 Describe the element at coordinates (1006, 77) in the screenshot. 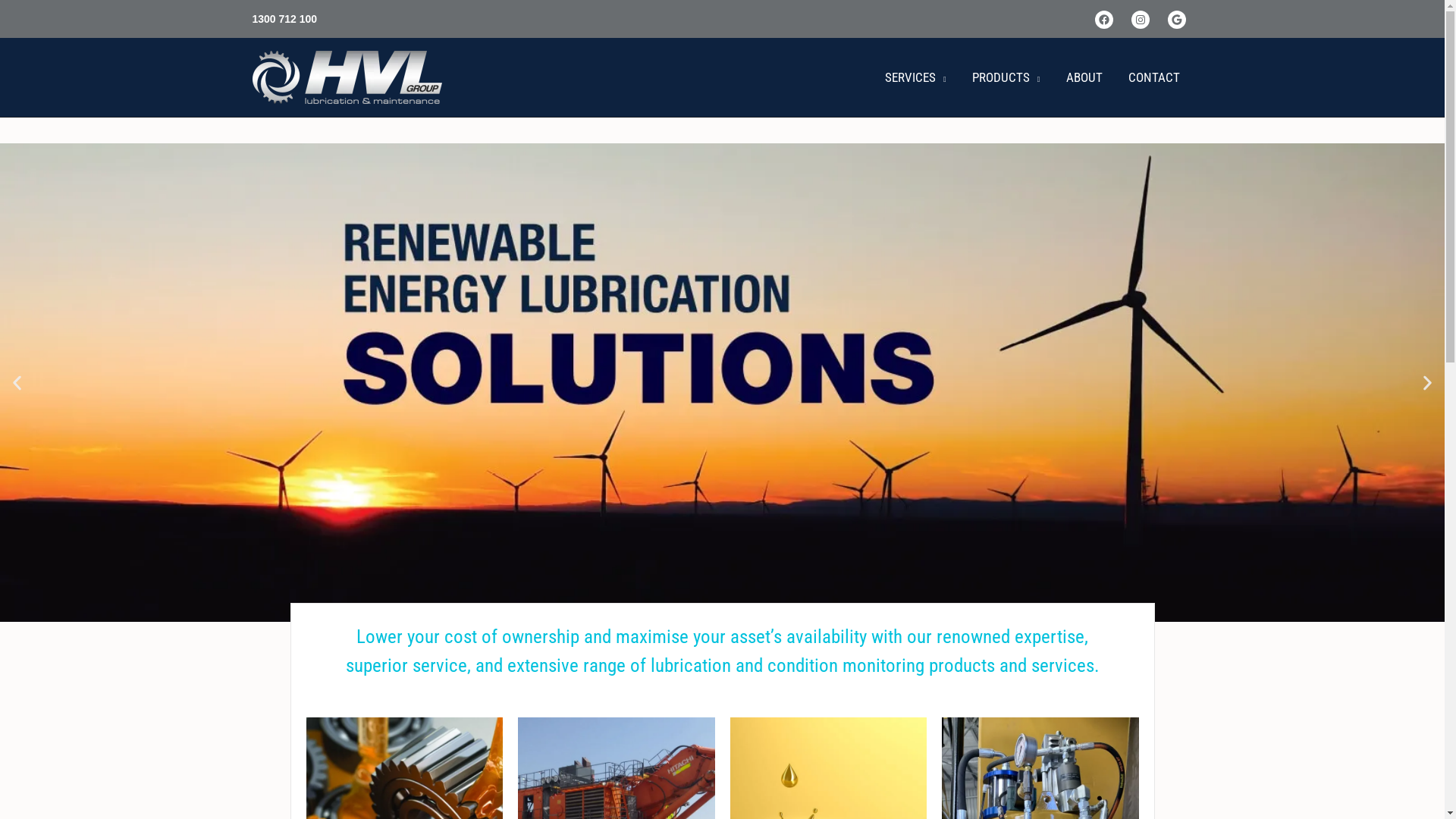

I see `'PRODUCTS'` at that location.